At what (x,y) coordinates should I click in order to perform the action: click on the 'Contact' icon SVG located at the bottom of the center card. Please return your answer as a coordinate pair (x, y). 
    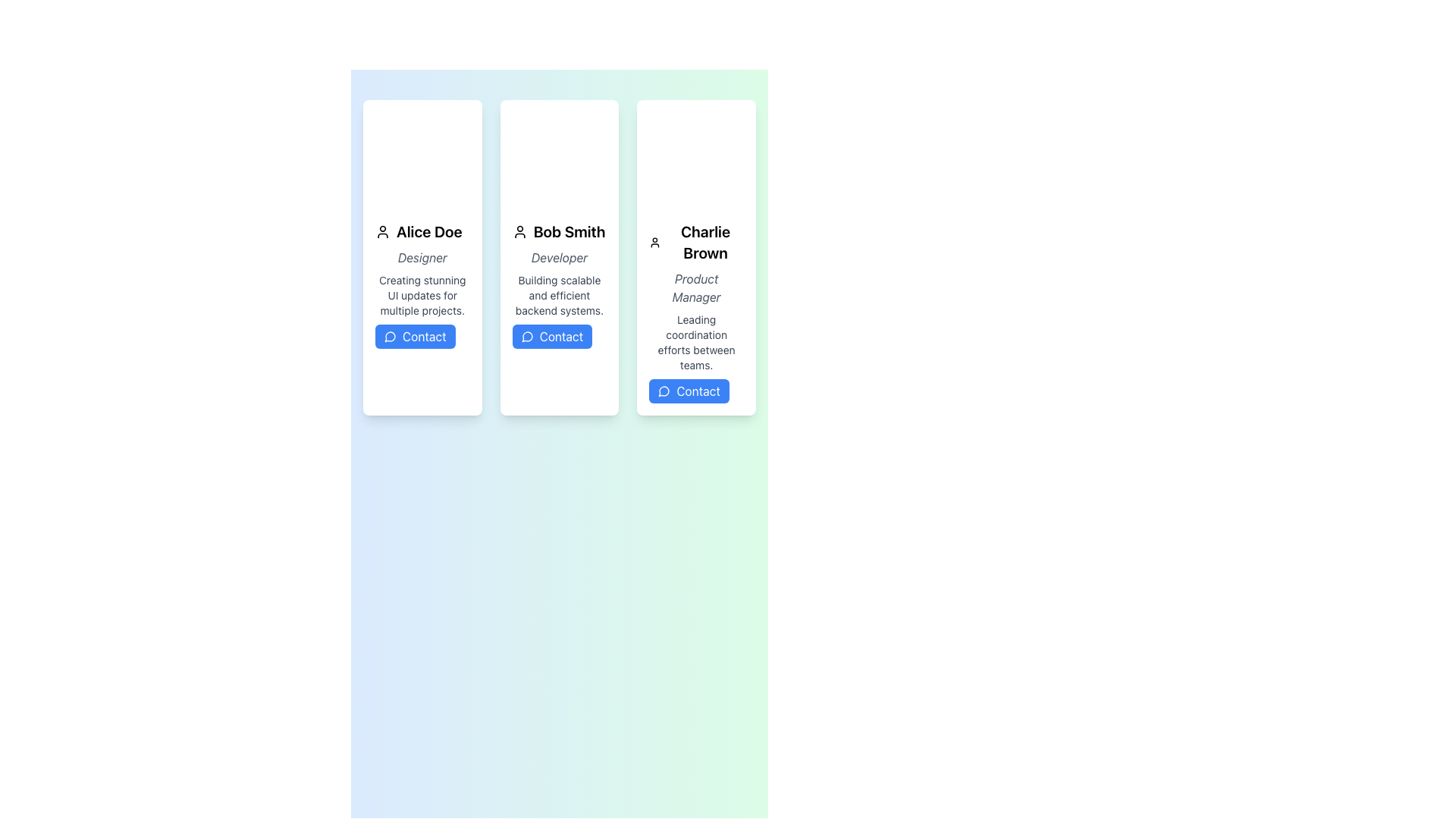
    Looking at the image, I should click on (527, 335).